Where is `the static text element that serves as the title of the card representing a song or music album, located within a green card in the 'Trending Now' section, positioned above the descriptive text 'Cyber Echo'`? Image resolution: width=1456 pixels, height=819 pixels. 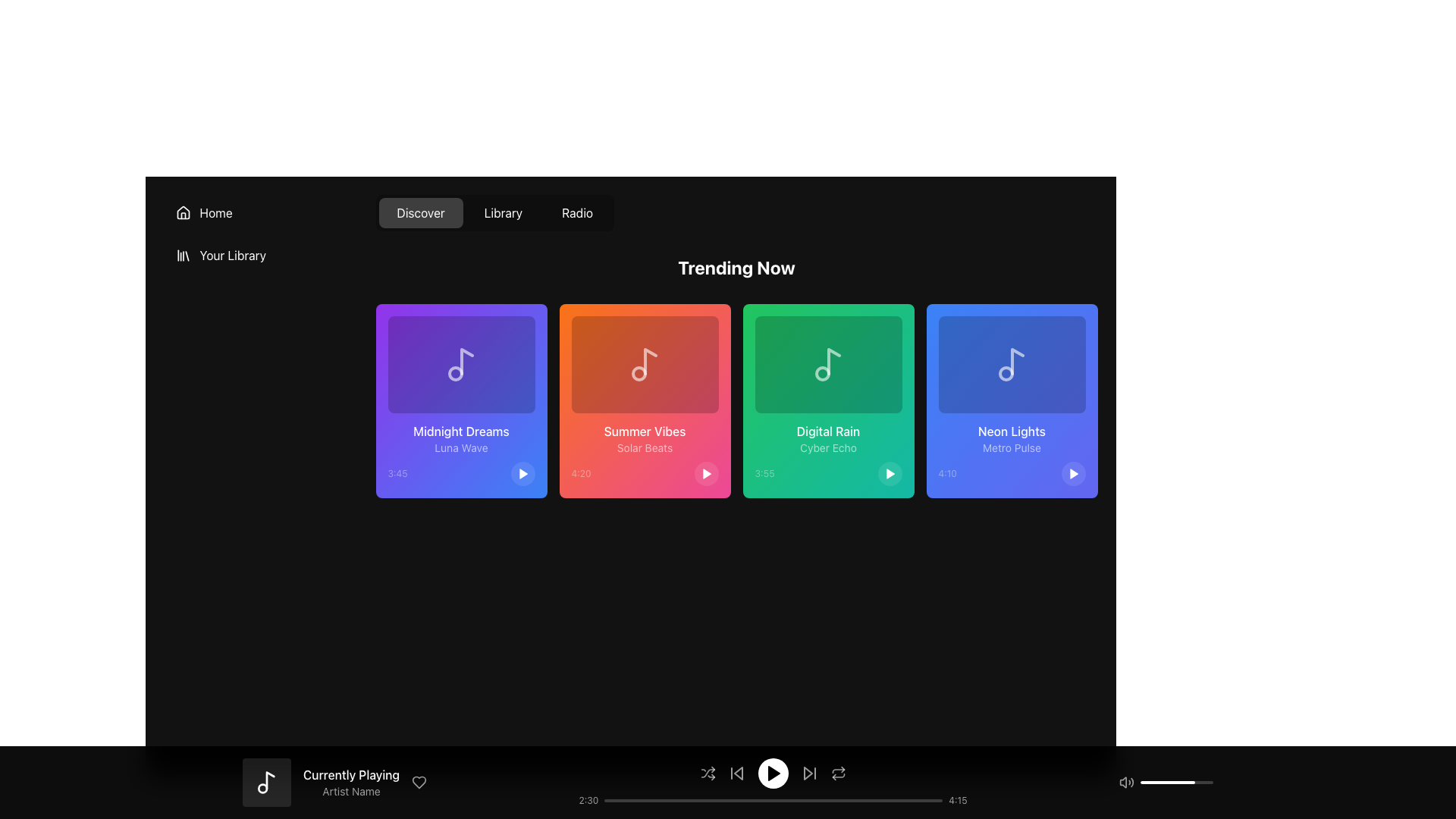 the static text element that serves as the title of the card representing a song or music album, located within a green card in the 'Trending Now' section, positioned above the descriptive text 'Cyber Echo' is located at coordinates (827, 431).